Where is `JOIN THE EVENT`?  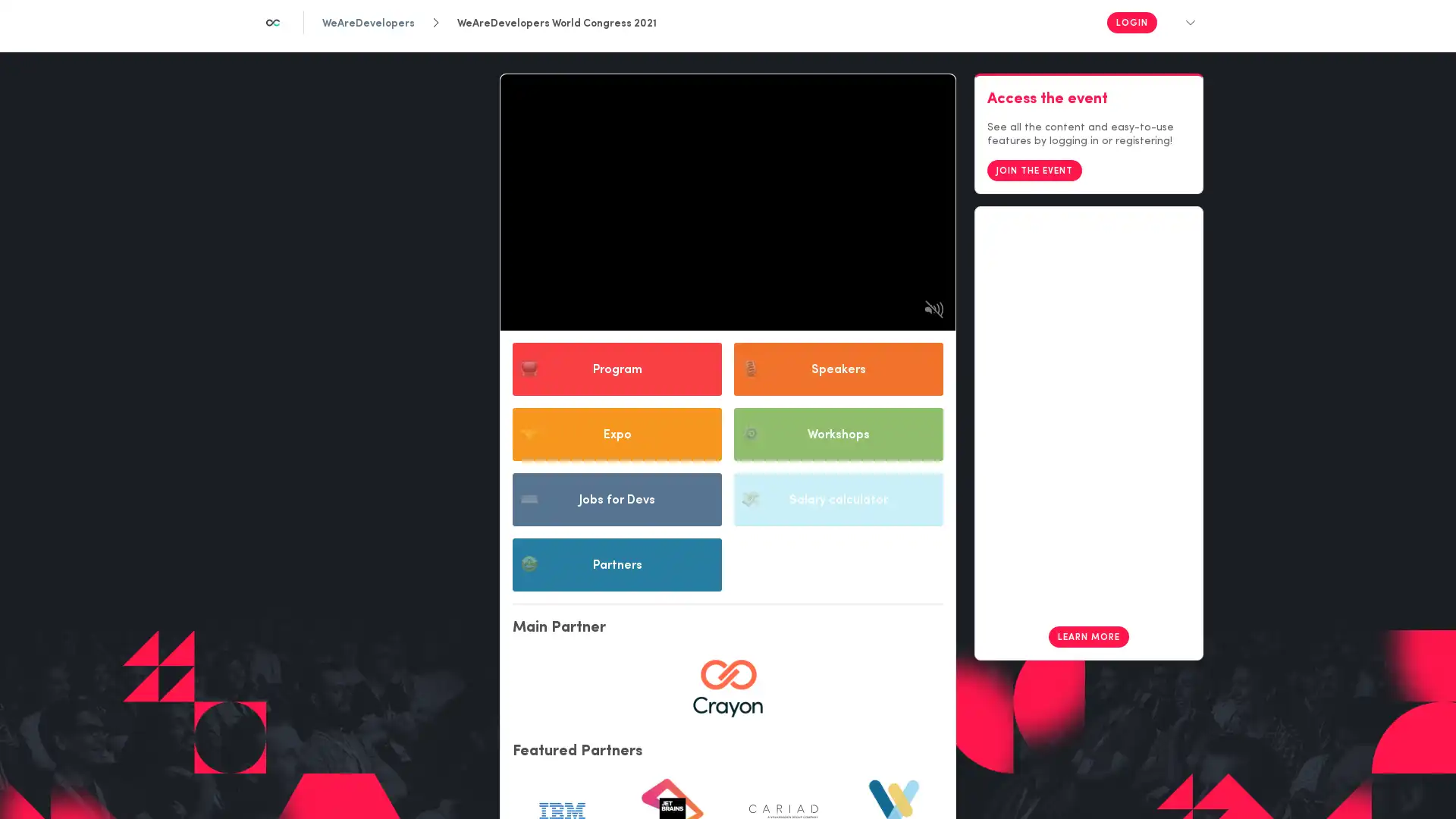 JOIN THE EVENT is located at coordinates (1034, 197).